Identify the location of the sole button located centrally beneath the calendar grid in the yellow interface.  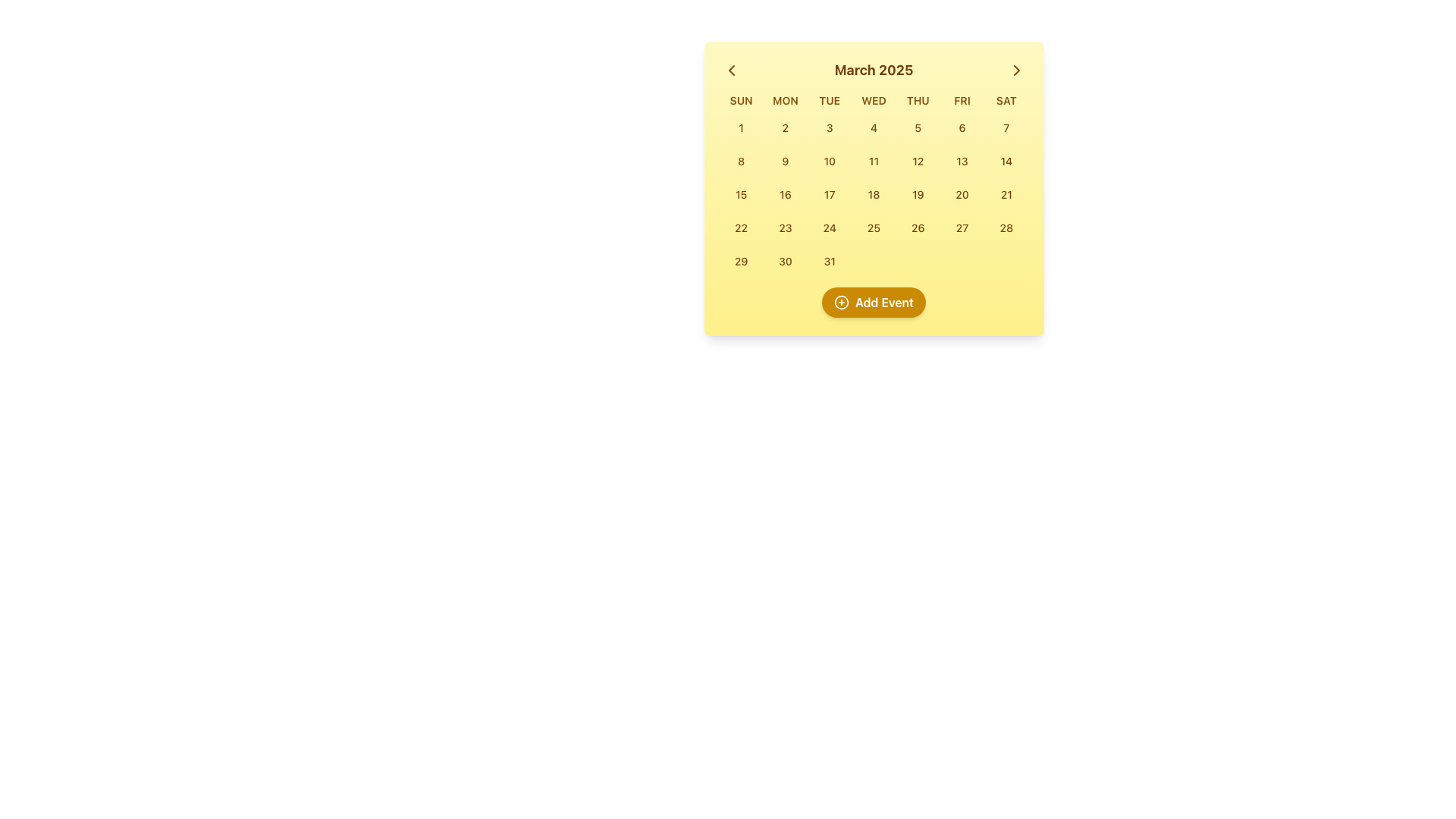
(874, 302).